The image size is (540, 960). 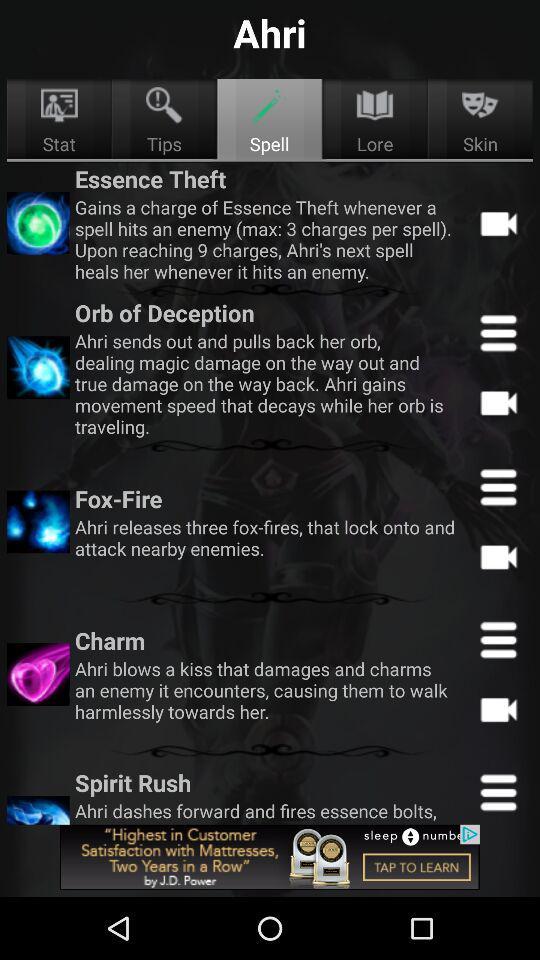 What do you see at coordinates (497, 333) in the screenshot?
I see `open the dropdown menu` at bounding box center [497, 333].